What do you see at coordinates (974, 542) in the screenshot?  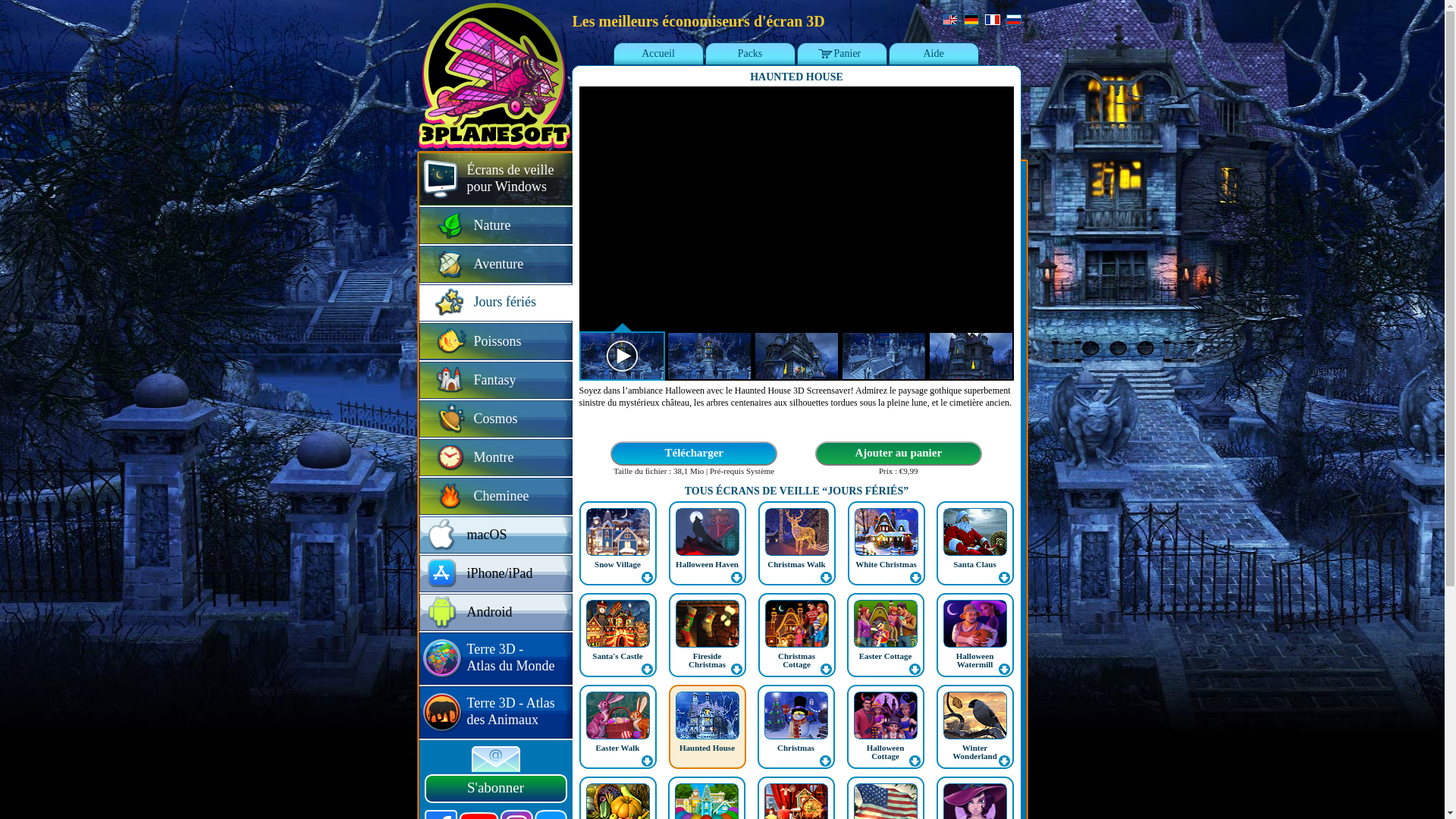 I see `'Santa Claus'` at bounding box center [974, 542].